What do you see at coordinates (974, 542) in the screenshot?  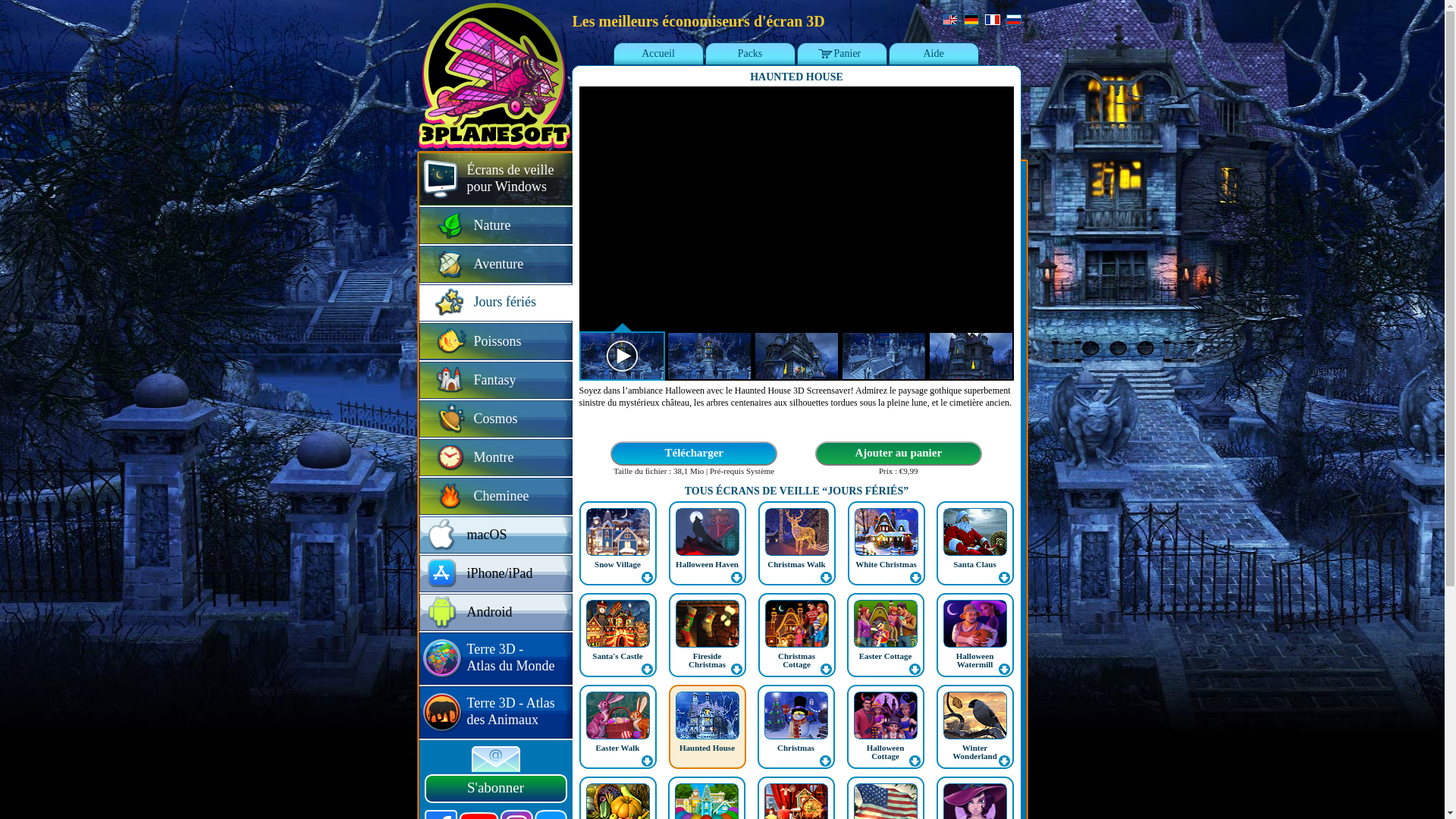 I see `'Santa Claus'` at bounding box center [974, 542].